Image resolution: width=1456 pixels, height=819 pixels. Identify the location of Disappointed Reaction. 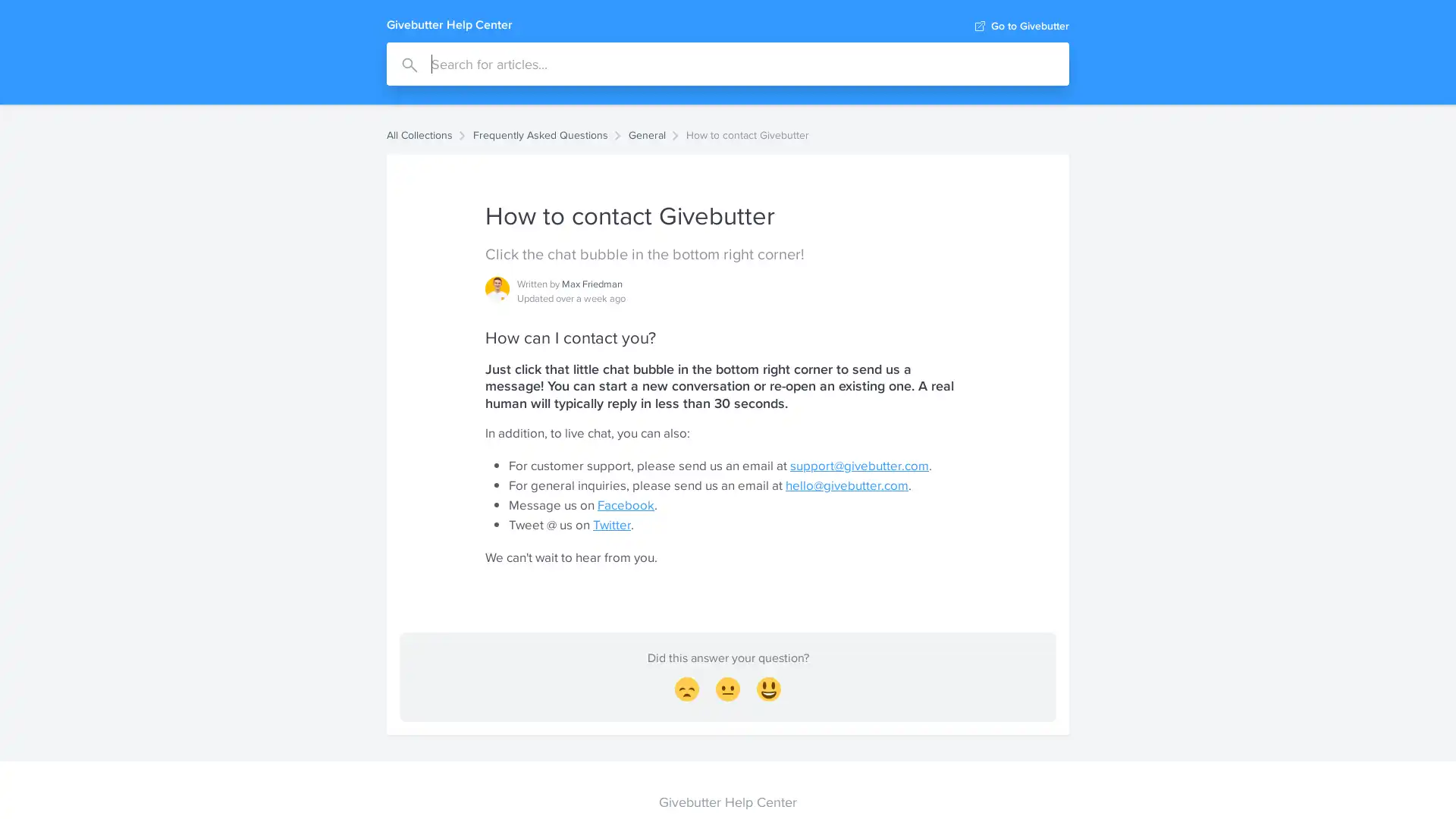
(686, 691).